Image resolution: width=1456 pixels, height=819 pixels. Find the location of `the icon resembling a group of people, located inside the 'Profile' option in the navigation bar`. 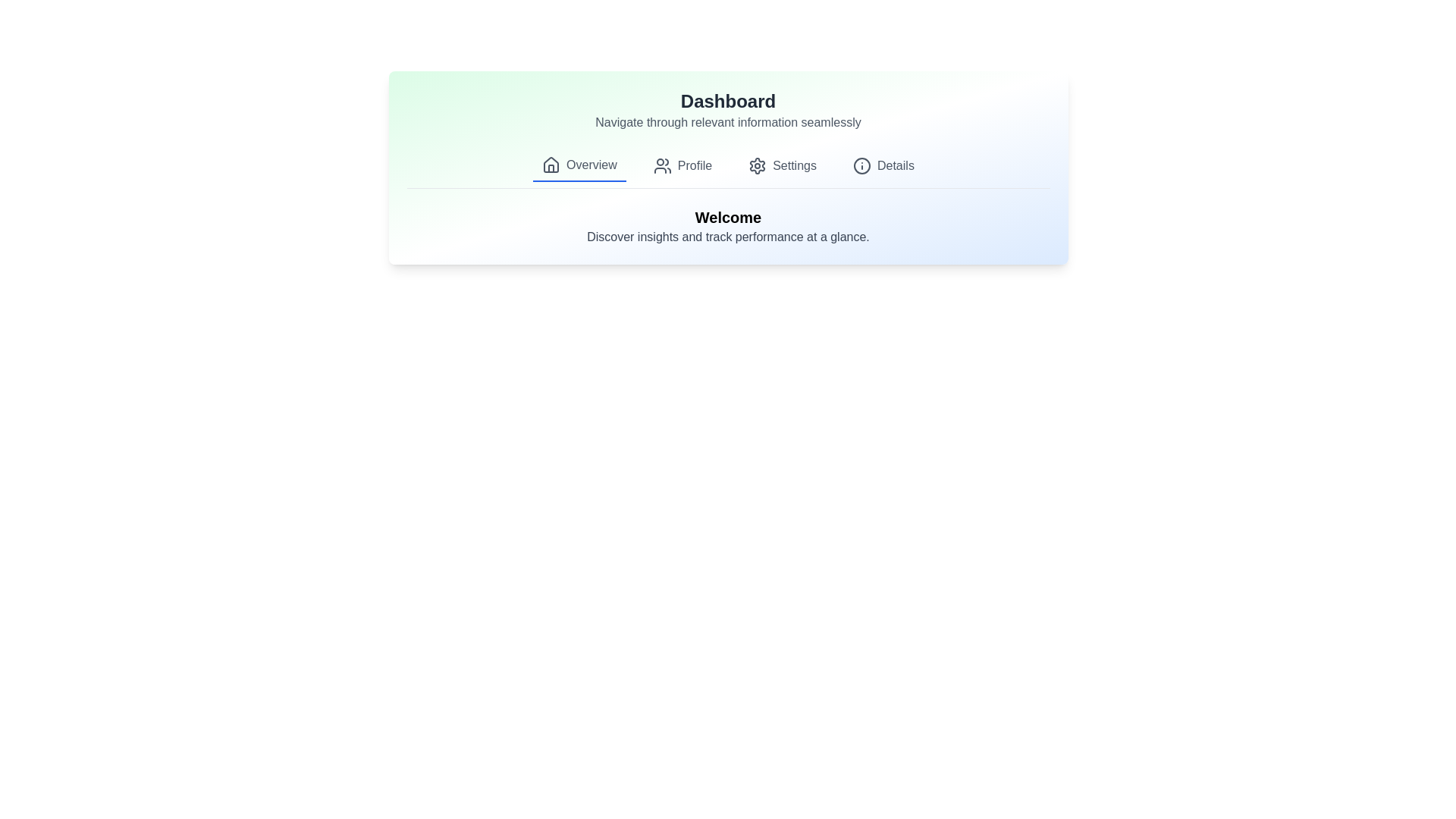

the icon resembling a group of people, located inside the 'Profile' option in the navigation bar is located at coordinates (662, 166).